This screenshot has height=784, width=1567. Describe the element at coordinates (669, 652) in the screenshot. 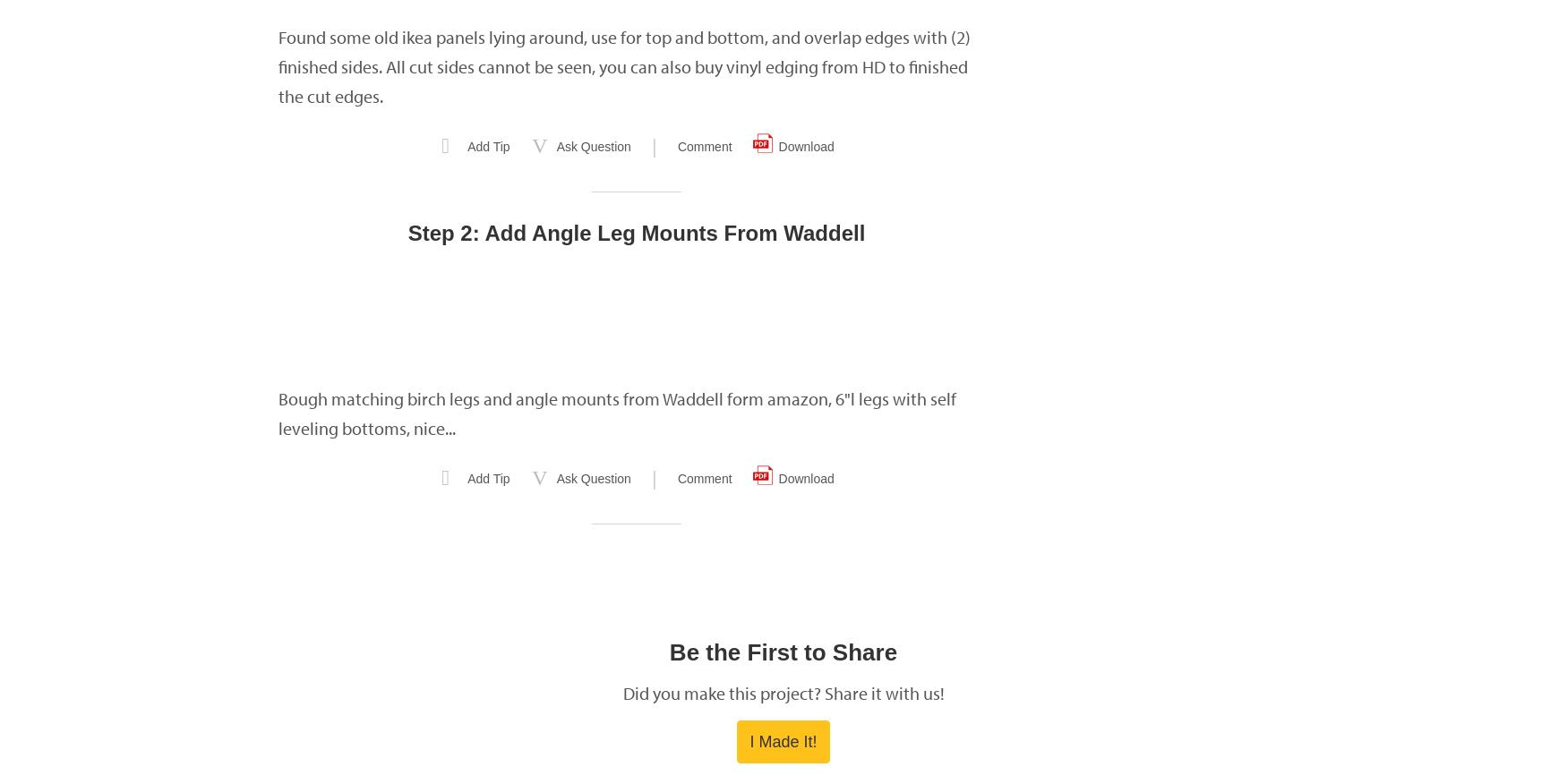

I see `'Be the First to Share'` at that location.